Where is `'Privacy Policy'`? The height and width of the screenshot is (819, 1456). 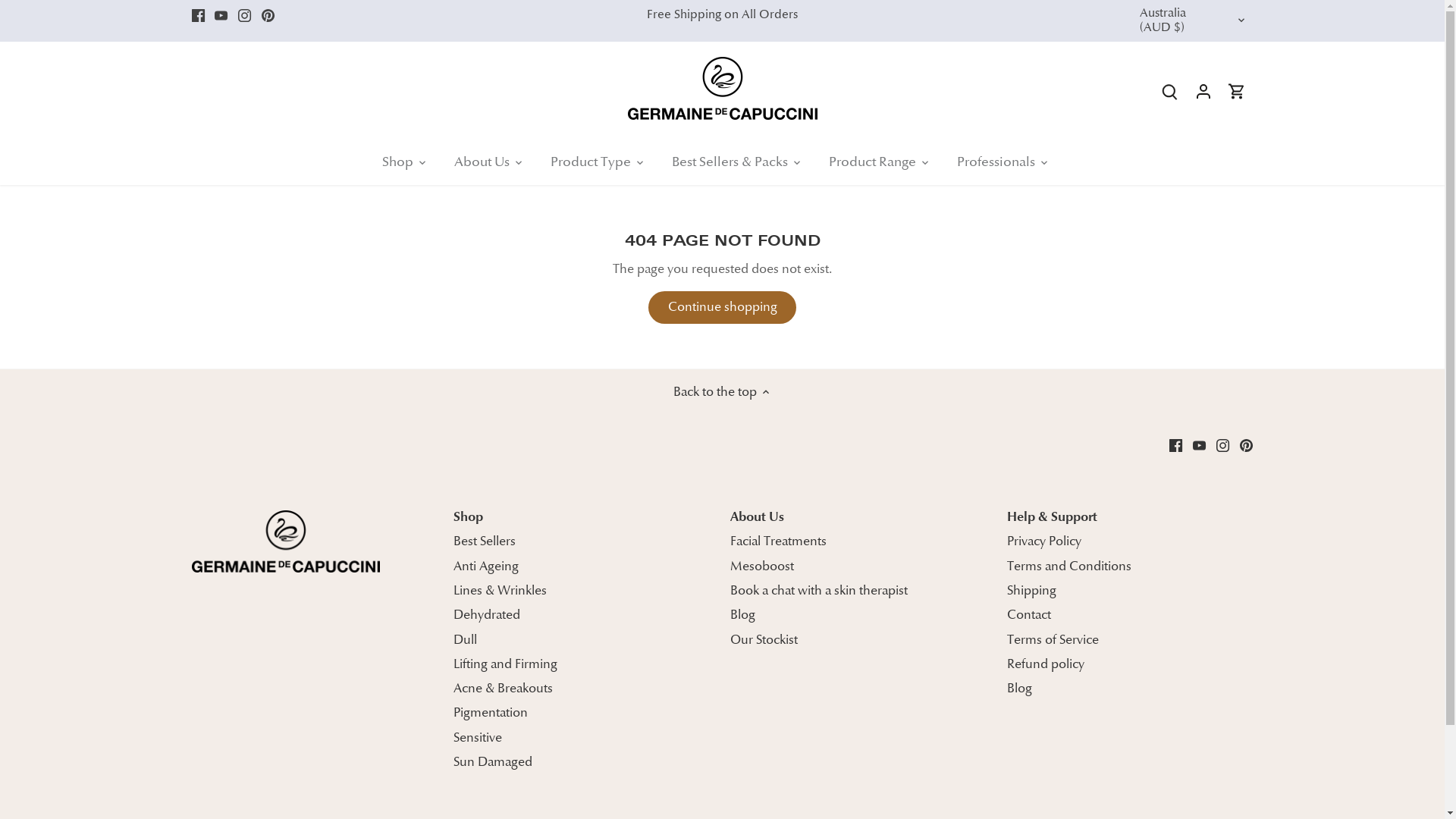 'Privacy Policy' is located at coordinates (1043, 540).